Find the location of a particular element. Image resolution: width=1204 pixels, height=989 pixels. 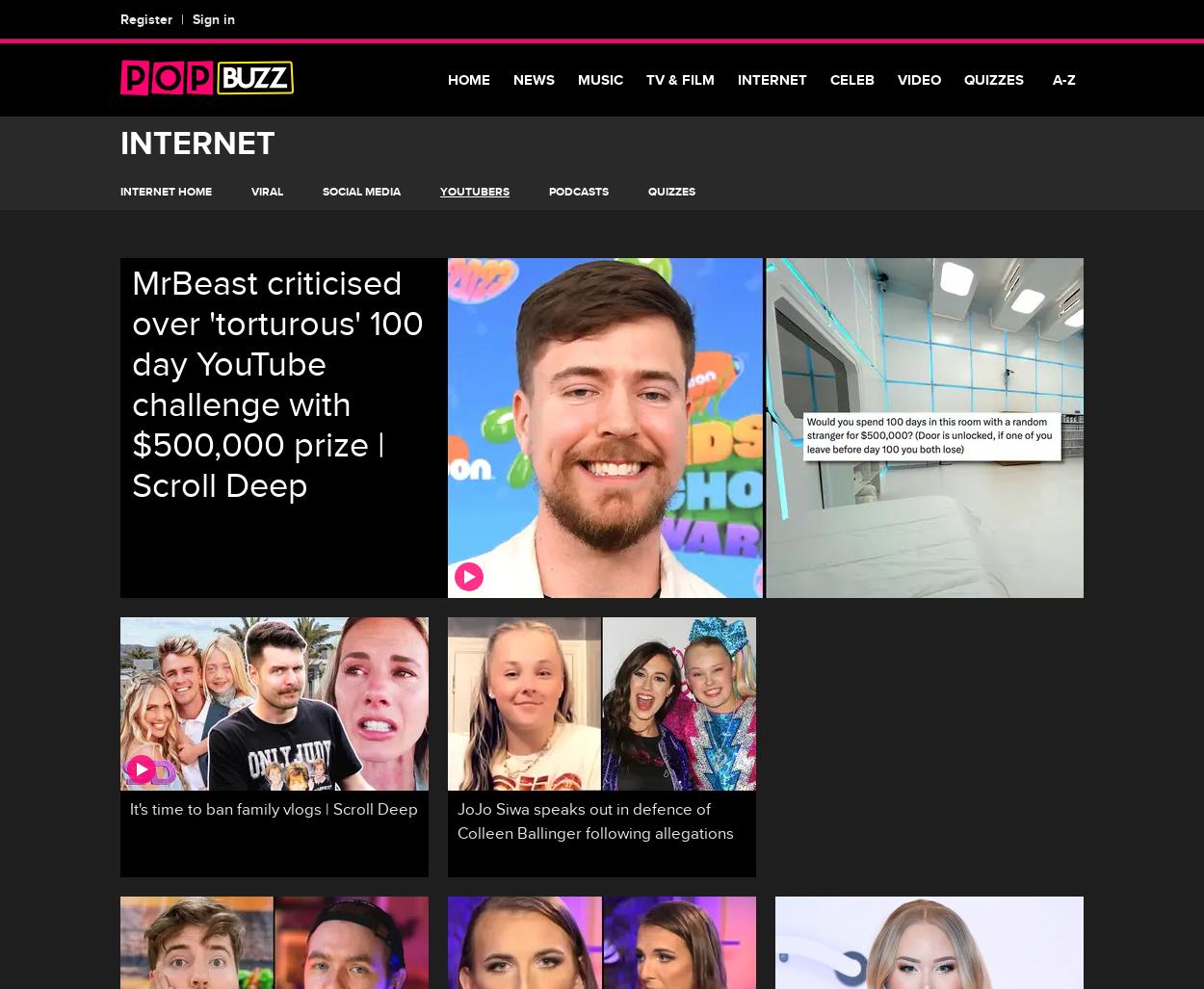

'Register' is located at coordinates (146, 19).